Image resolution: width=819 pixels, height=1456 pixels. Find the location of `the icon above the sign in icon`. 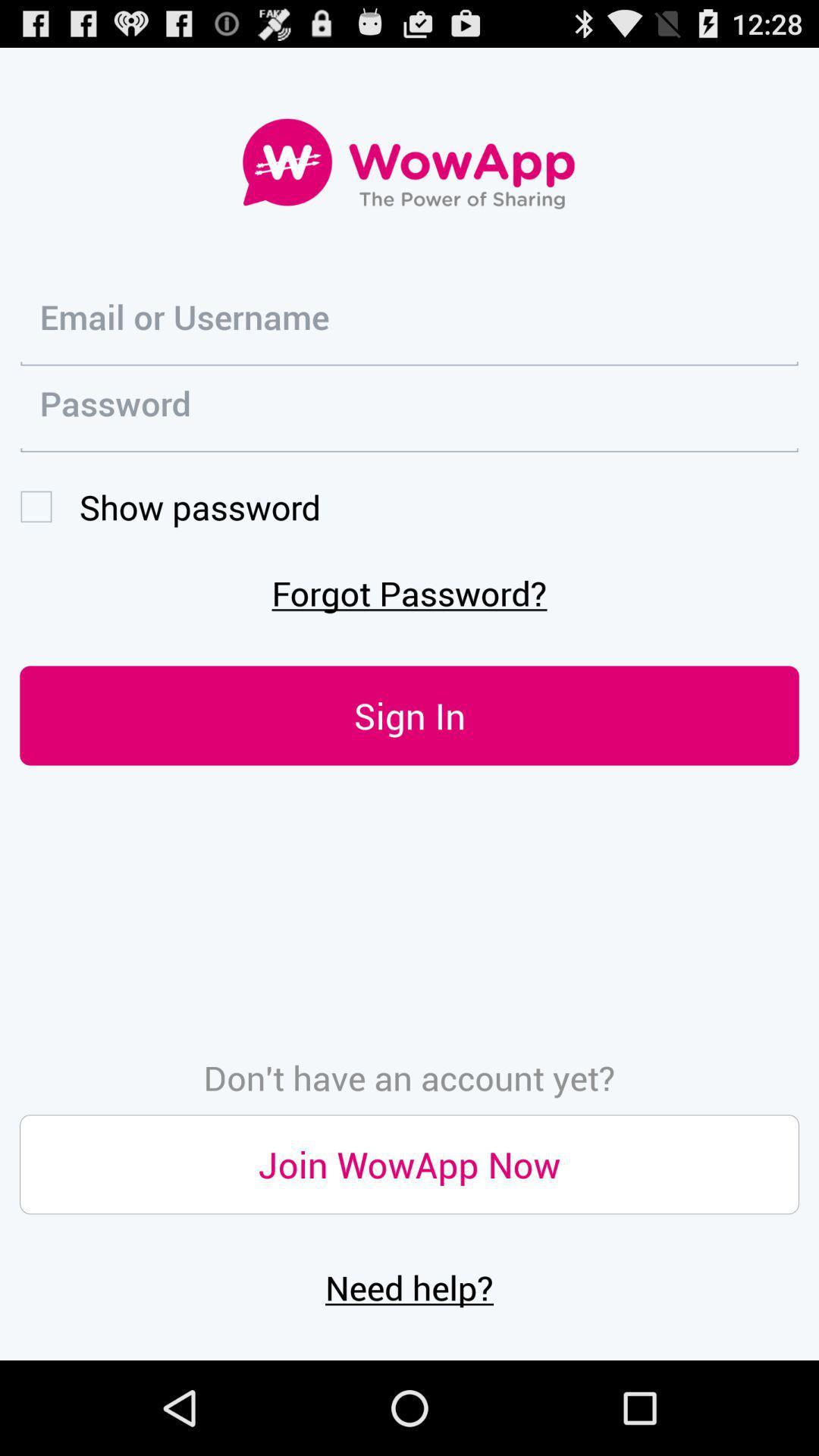

the icon above the sign in icon is located at coordinates (409, 591).